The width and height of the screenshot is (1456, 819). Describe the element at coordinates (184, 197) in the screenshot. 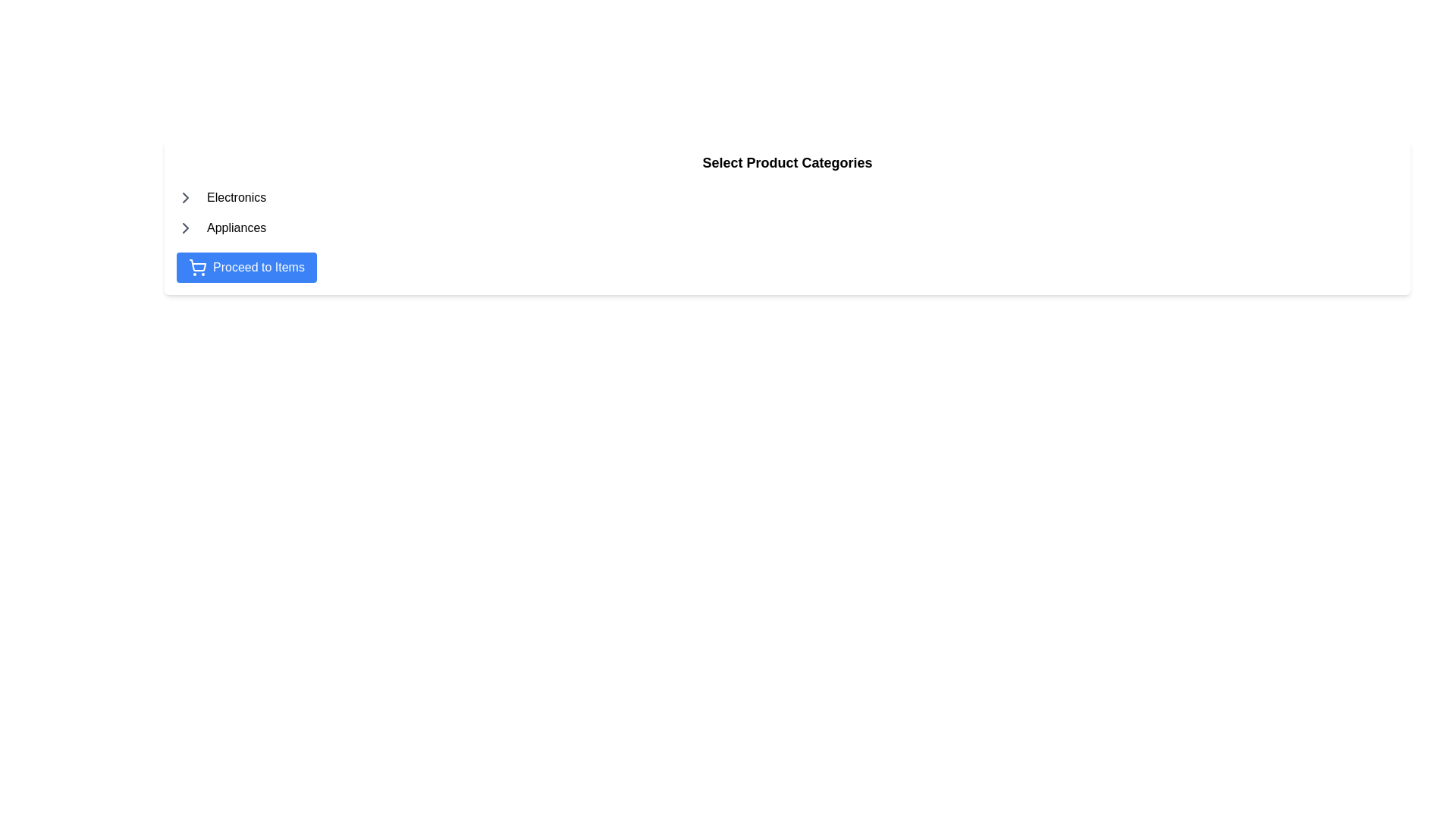

I see `the expandability icon of the 'Electronics' category, which is located to the left of the 'Electronics' text label` at that location.